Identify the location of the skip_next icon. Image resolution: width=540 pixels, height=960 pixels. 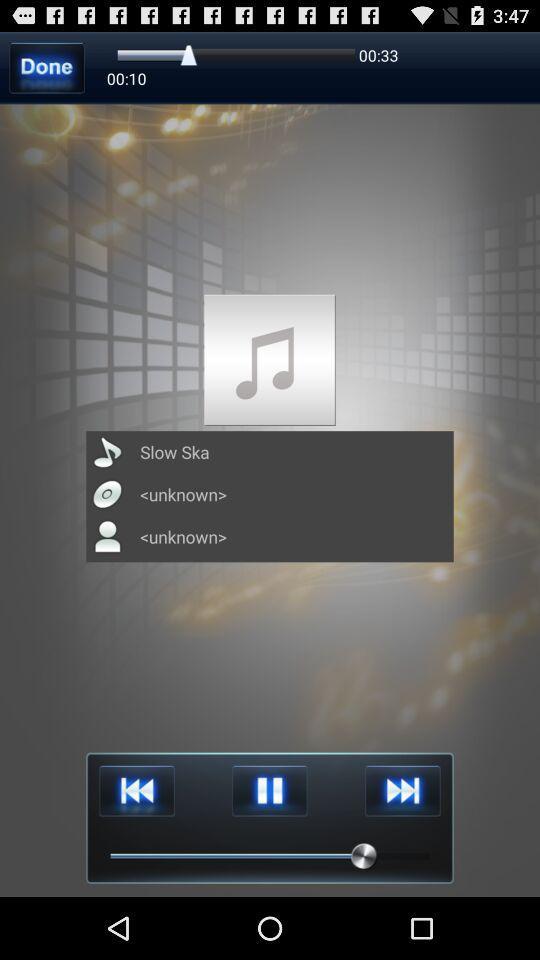
(402, 845).